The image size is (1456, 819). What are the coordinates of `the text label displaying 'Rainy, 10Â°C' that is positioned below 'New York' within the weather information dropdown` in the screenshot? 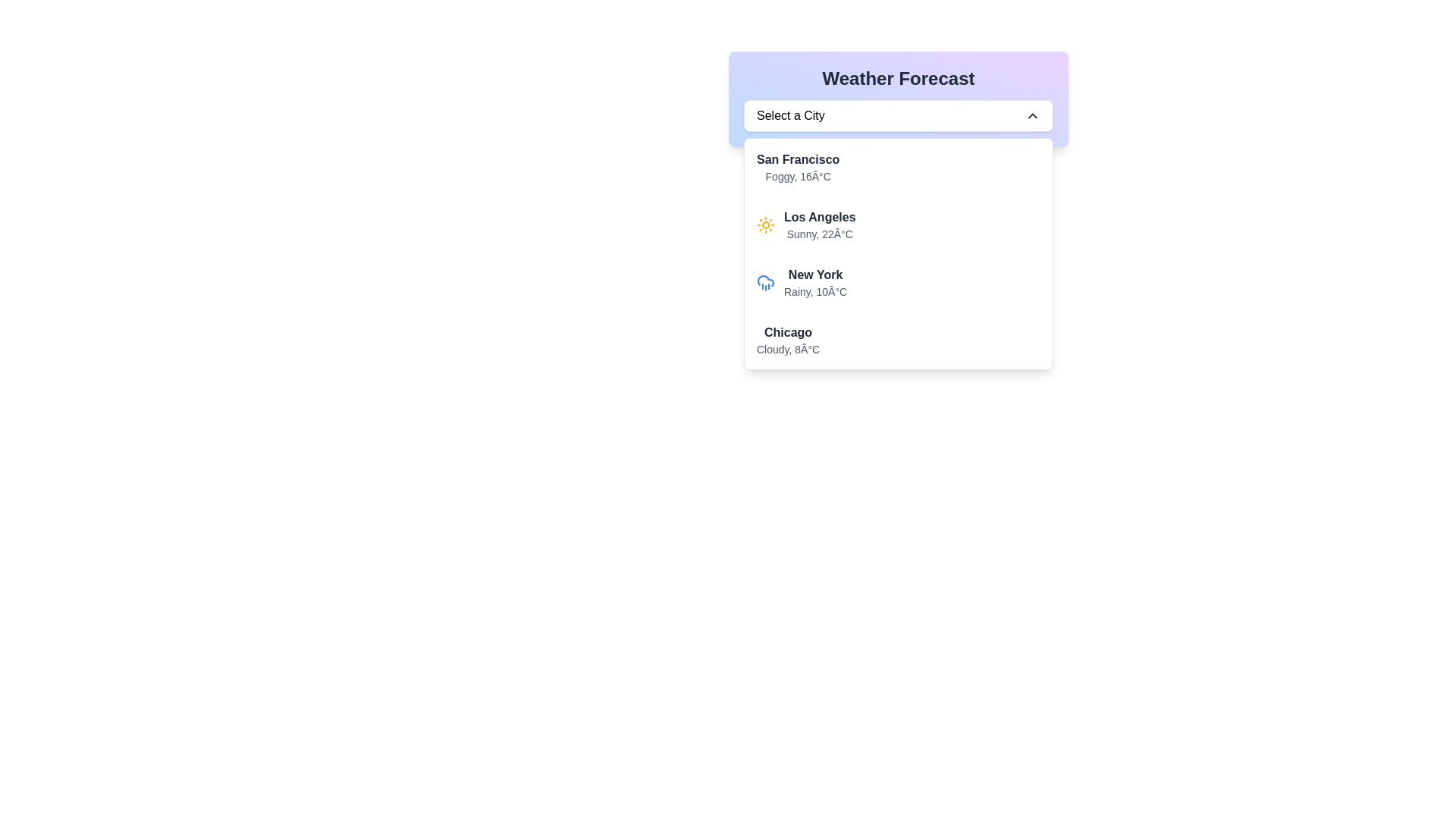 It's located at (814, 292).